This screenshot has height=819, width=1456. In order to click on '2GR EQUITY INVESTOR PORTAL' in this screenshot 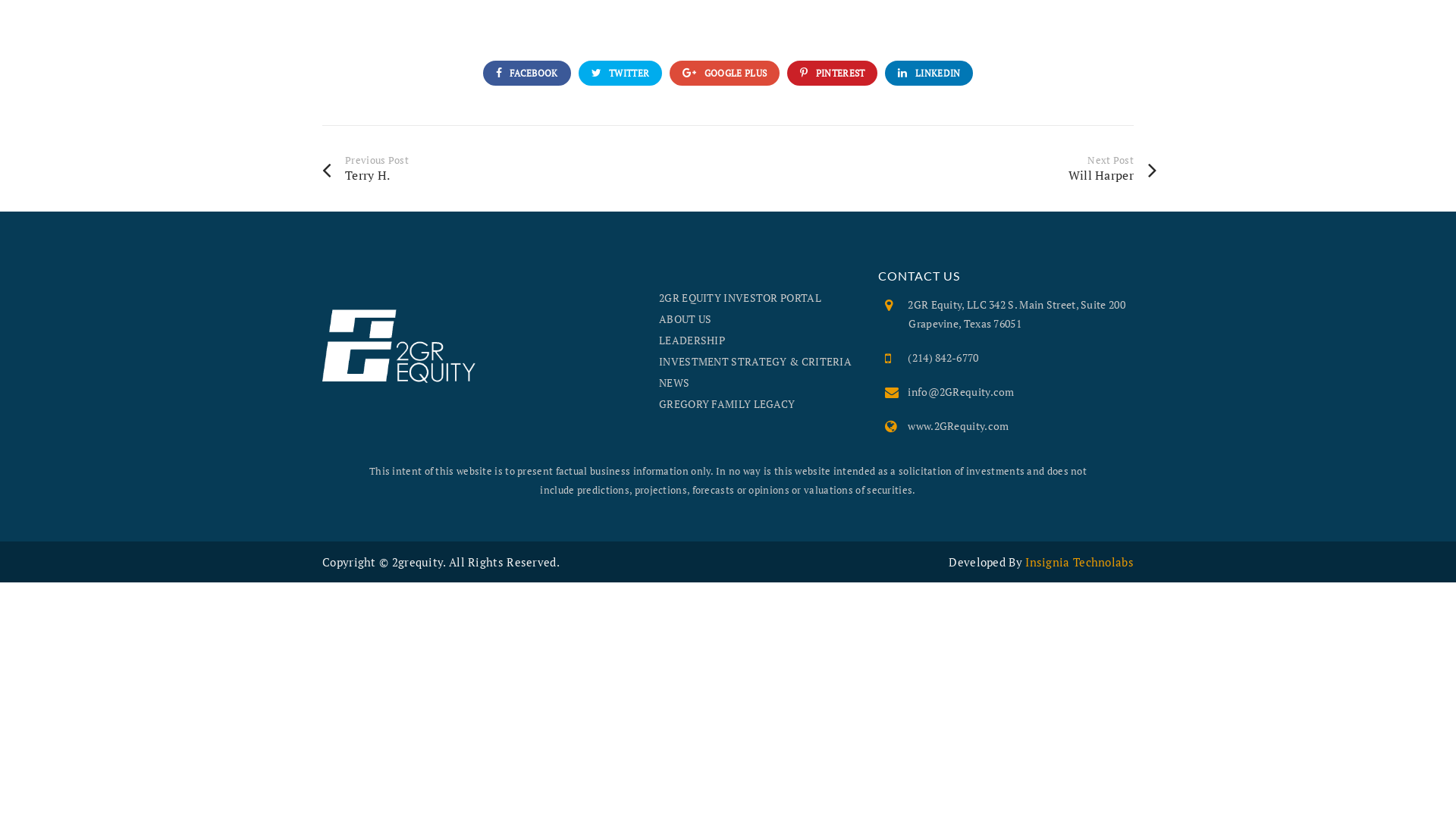, I will do `click(739, 297)`.